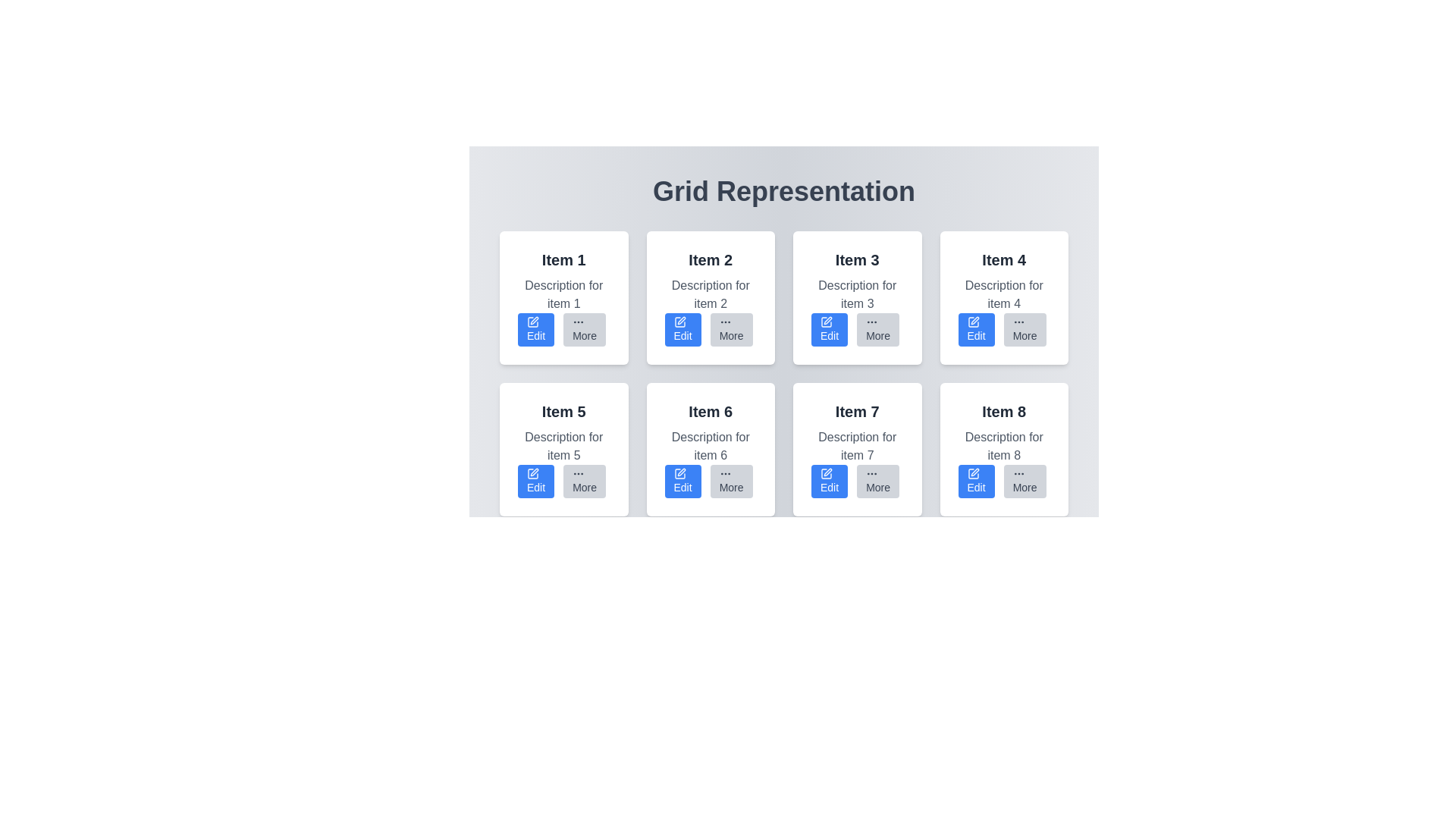 Image resolution: width=1456 pixels, height=819 pixels. Describe the element at coordinates (973, 472) in the screenshot. I see `the 'Edit' icon located in the last card (Item 8) in the grid representation` at that location.